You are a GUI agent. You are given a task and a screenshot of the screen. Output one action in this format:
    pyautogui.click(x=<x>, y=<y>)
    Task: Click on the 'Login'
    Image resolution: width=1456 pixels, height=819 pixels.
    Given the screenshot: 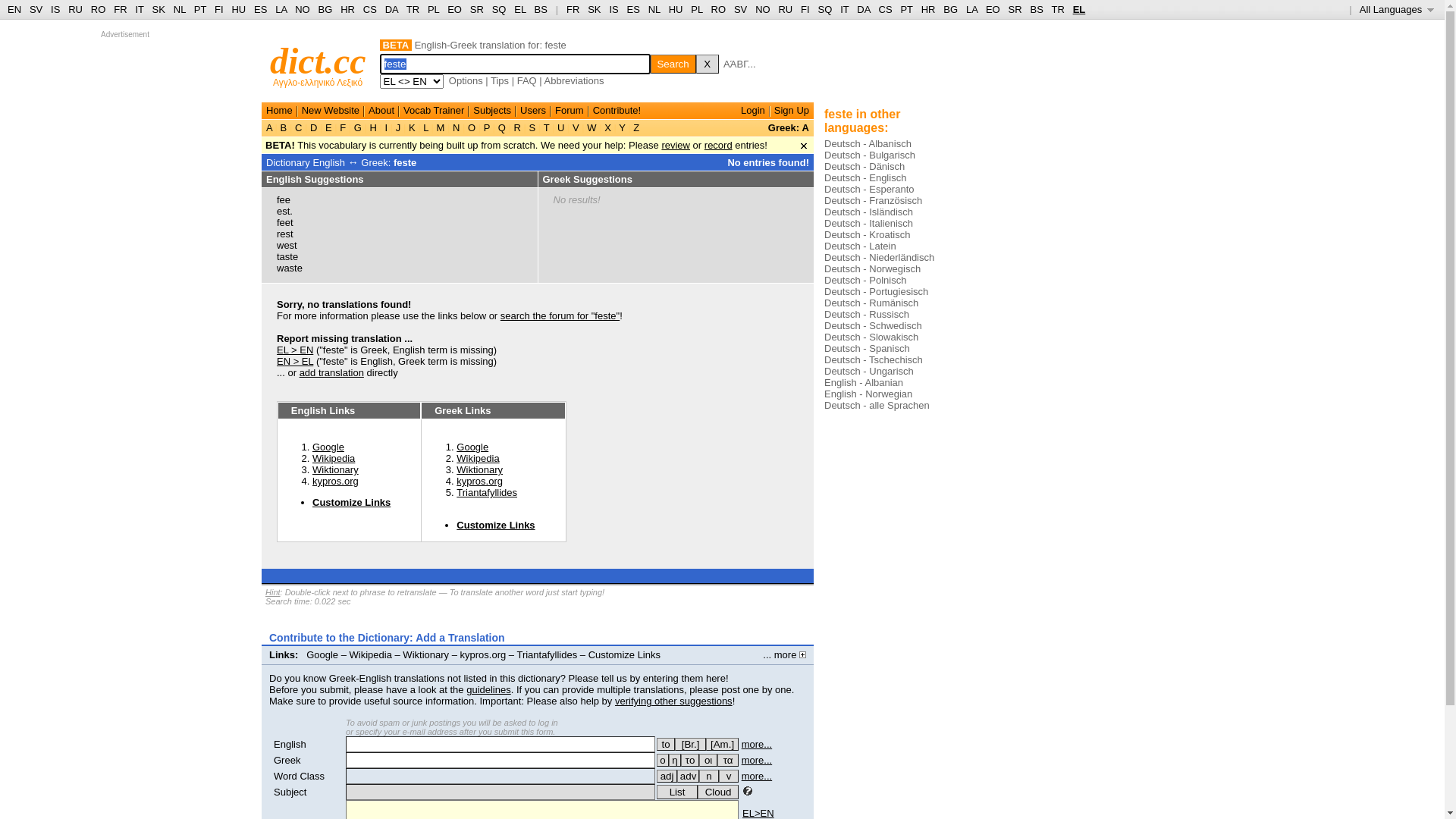 What is the action you would take?
    pyautogui.click(x=753, y=109)
    